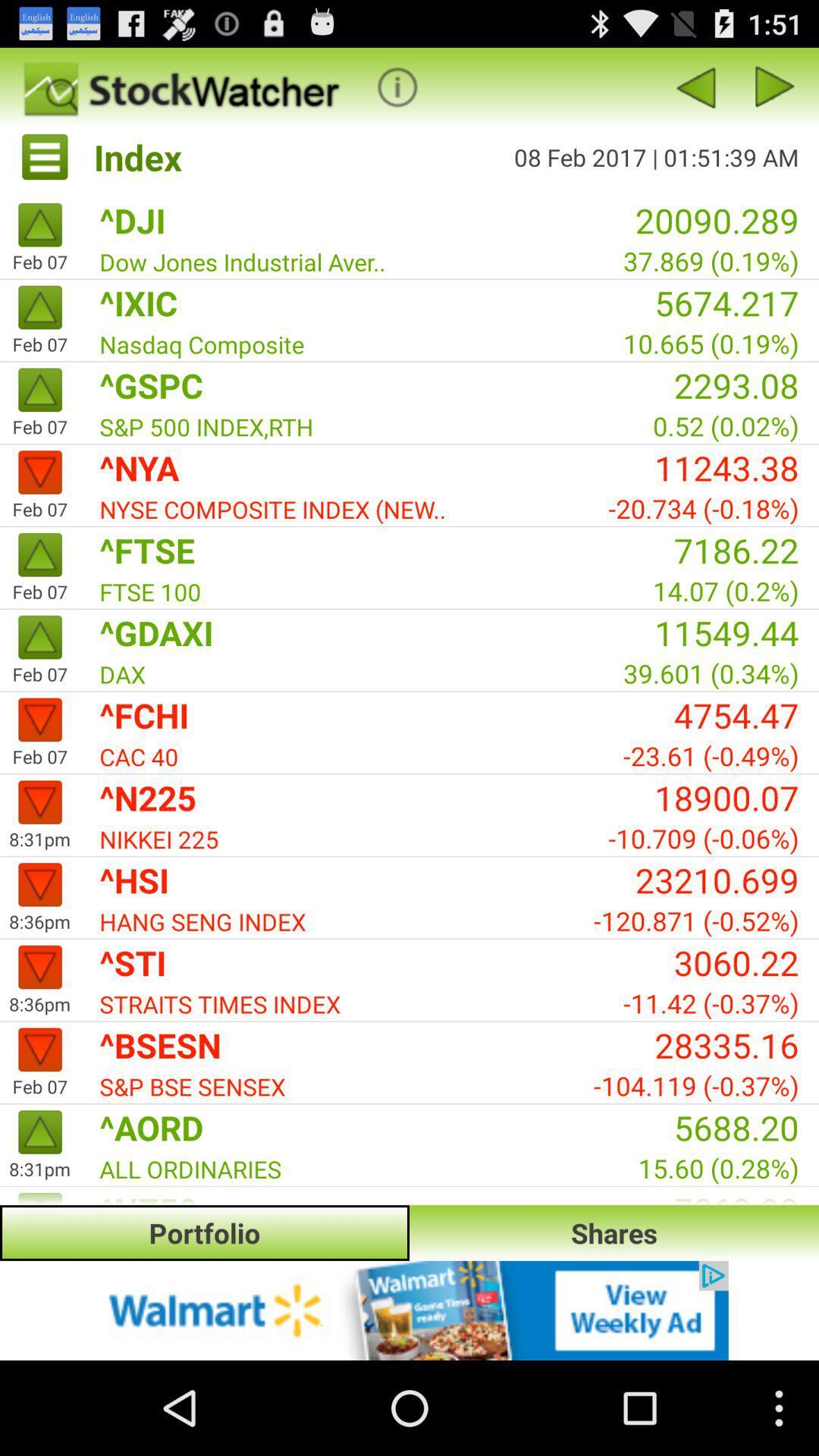  Describe the element at coordinates (397, 86) in the screenshot. I see `button` at that location.